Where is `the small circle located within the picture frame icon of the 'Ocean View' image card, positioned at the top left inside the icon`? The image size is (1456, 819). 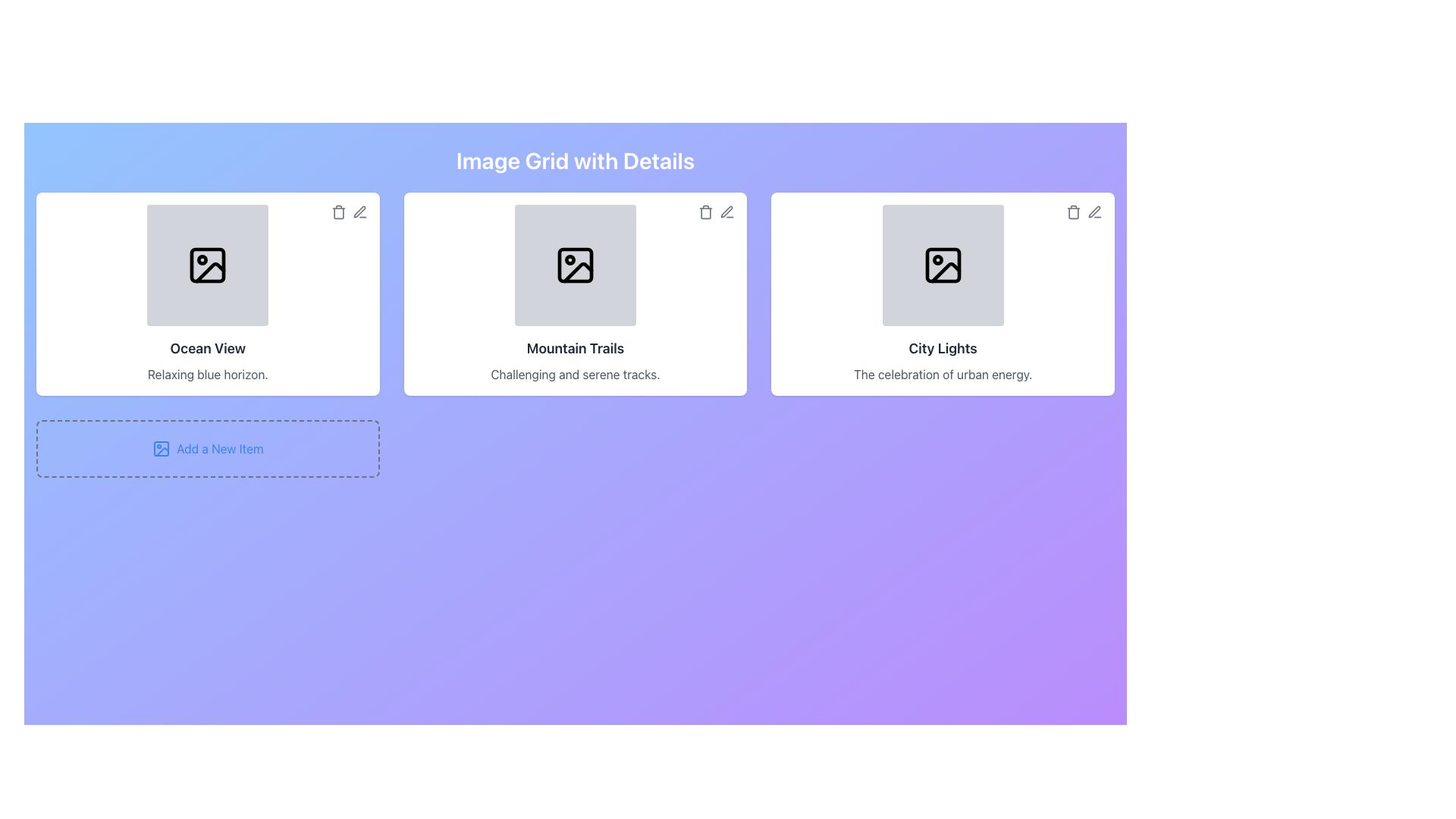
the small circle located within the picture frame icon of the 'Ocean View' image card, positioned at the top left inside the icon is located at coordinates (202, 259).